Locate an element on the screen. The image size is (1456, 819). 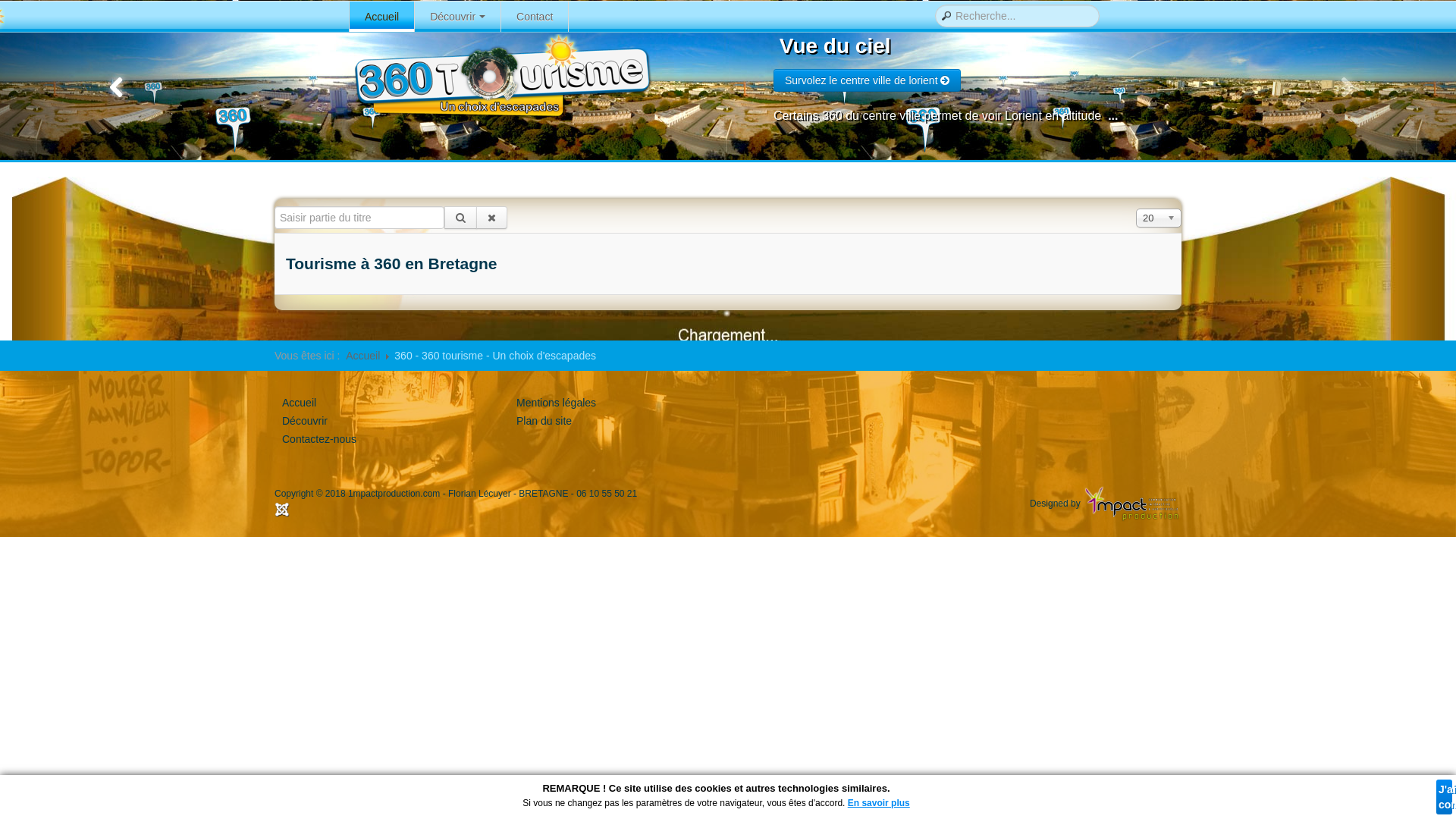
'06 10 55 50 21' is located at coordinates (575, 494).